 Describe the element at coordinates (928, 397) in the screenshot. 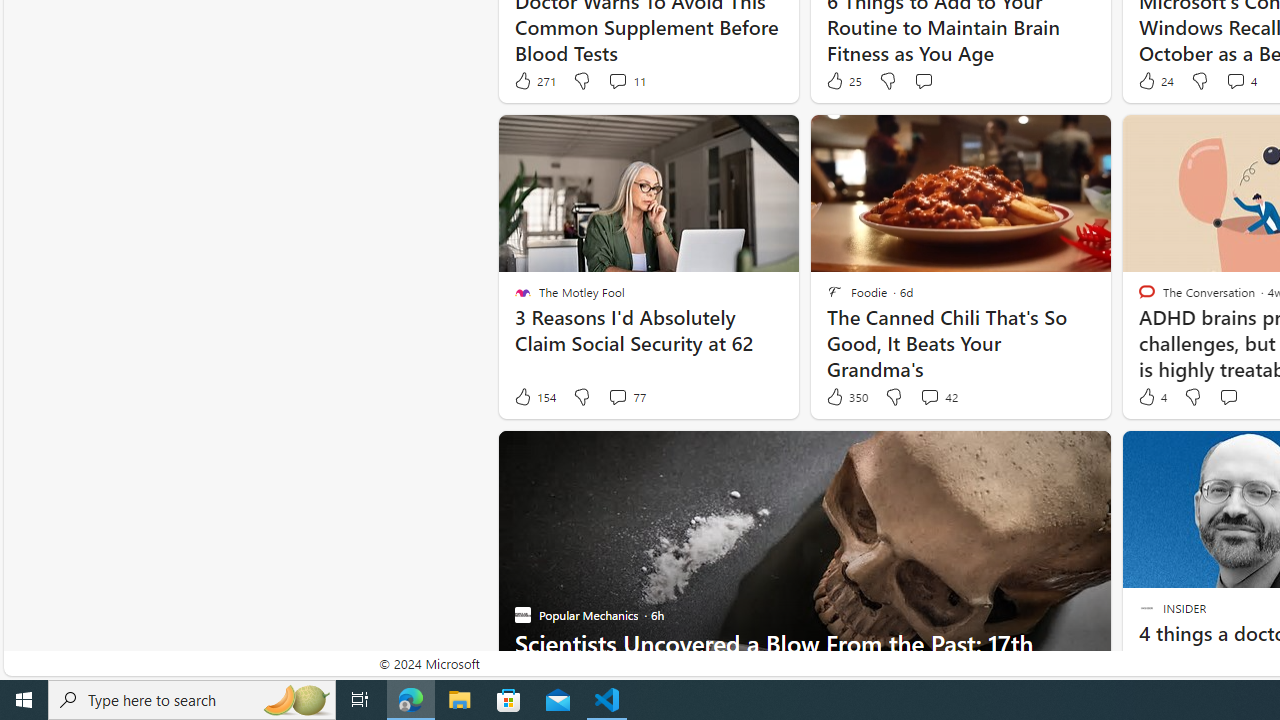

I see `'View comments 42 Comment'` at that location.